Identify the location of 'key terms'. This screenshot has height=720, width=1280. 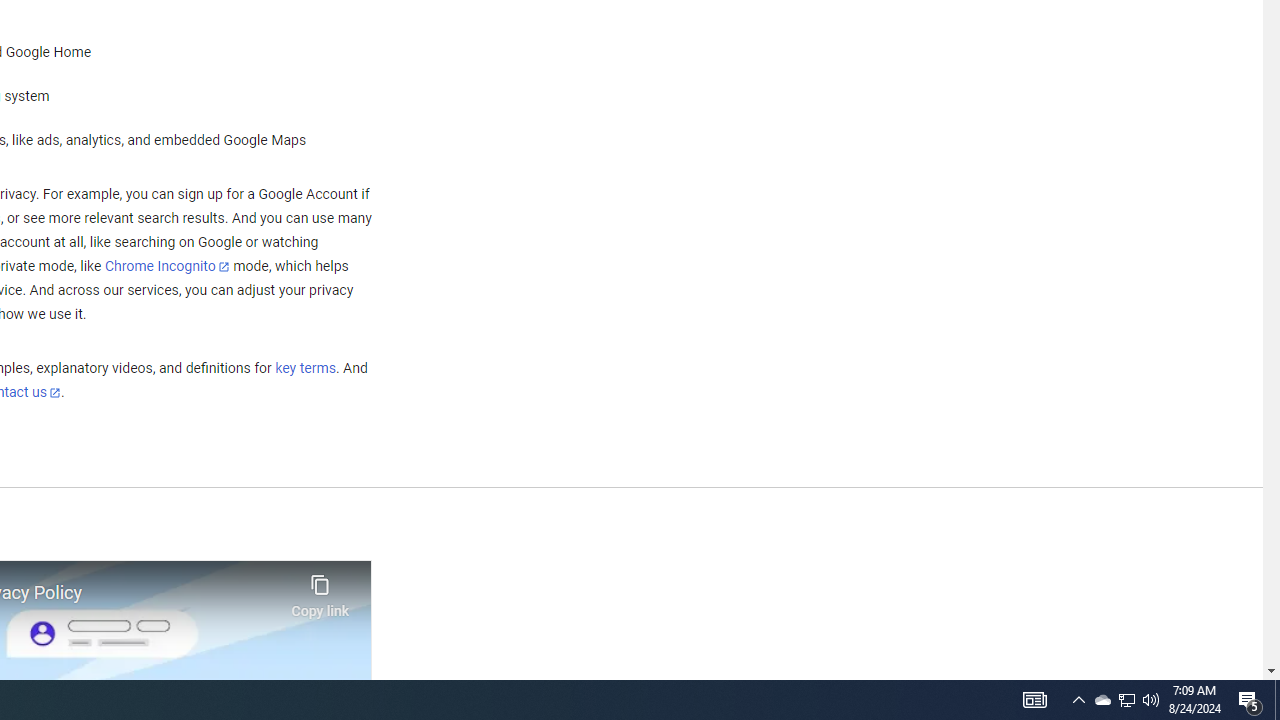
(304, 368).